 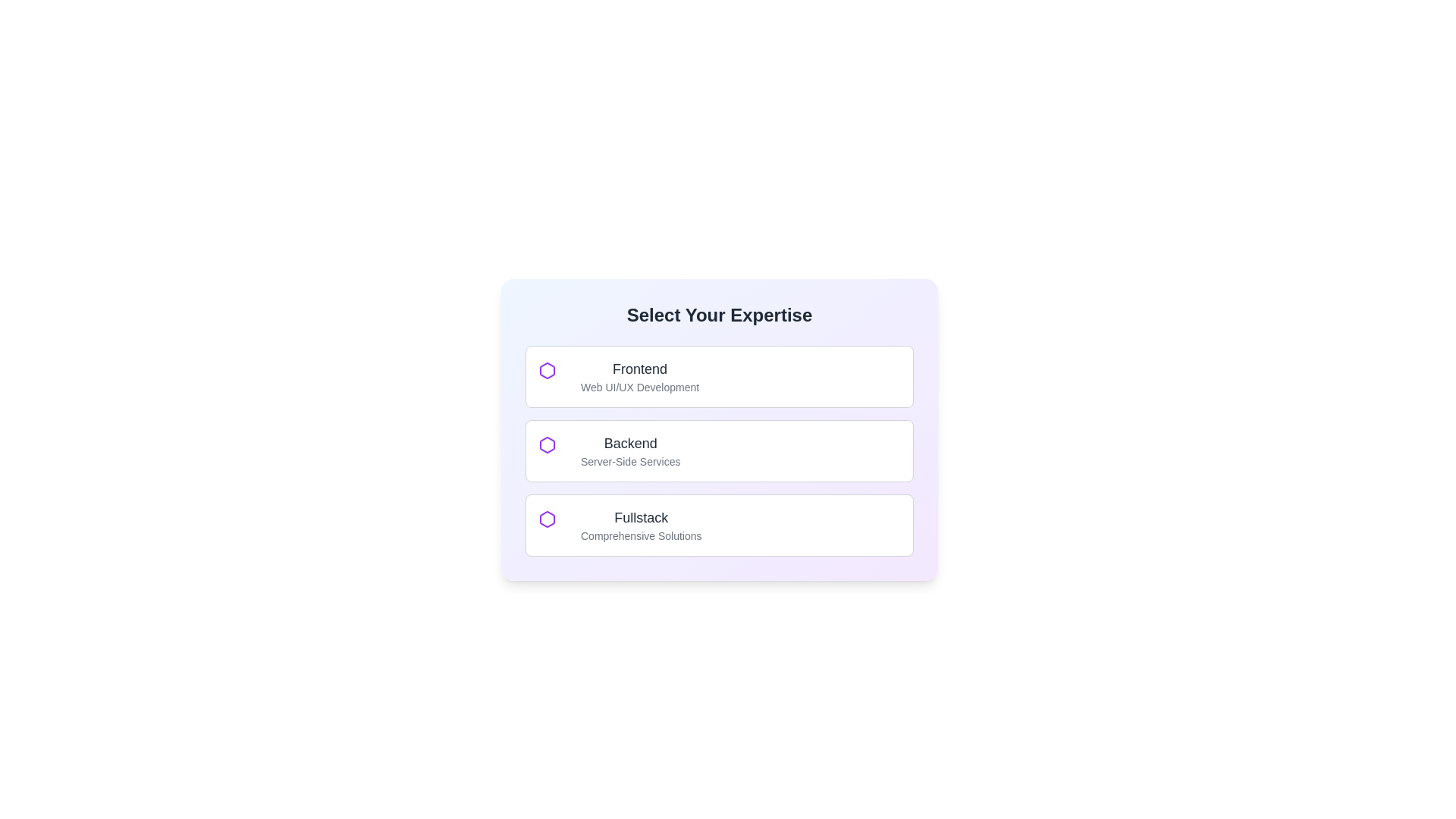 What do you see at coordinates (641, 535) in the screenshot?
I see `the text label 'Comprehensive Solutions' which provides additional information for the 'Fullstack' option in the vertical menu` at bounding box center [641, 535].